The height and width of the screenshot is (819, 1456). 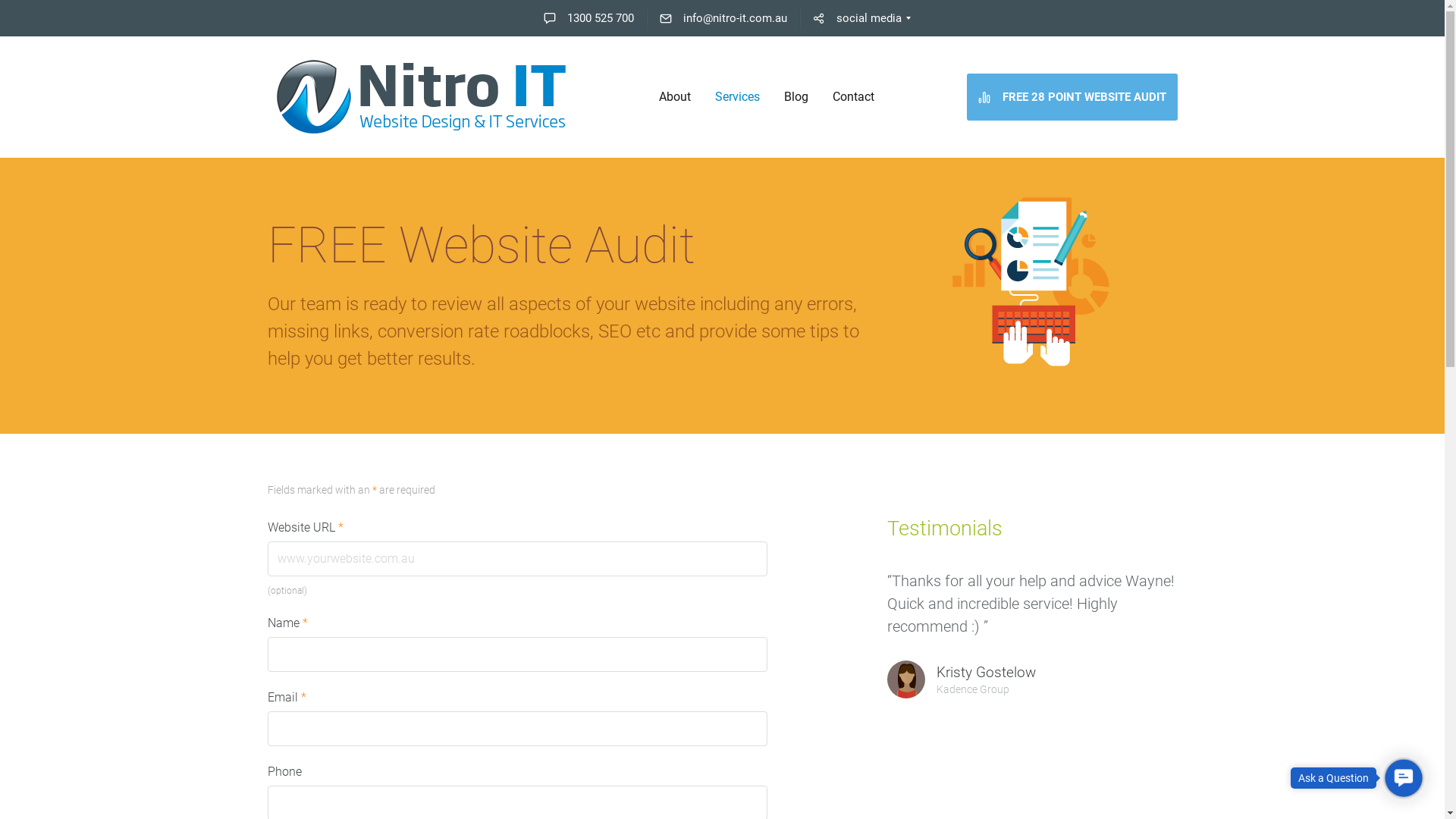 What do you see at coordinates (906, 678) in the screenshot?
I see `'avatar-8'` at bounding box center [906, 678].